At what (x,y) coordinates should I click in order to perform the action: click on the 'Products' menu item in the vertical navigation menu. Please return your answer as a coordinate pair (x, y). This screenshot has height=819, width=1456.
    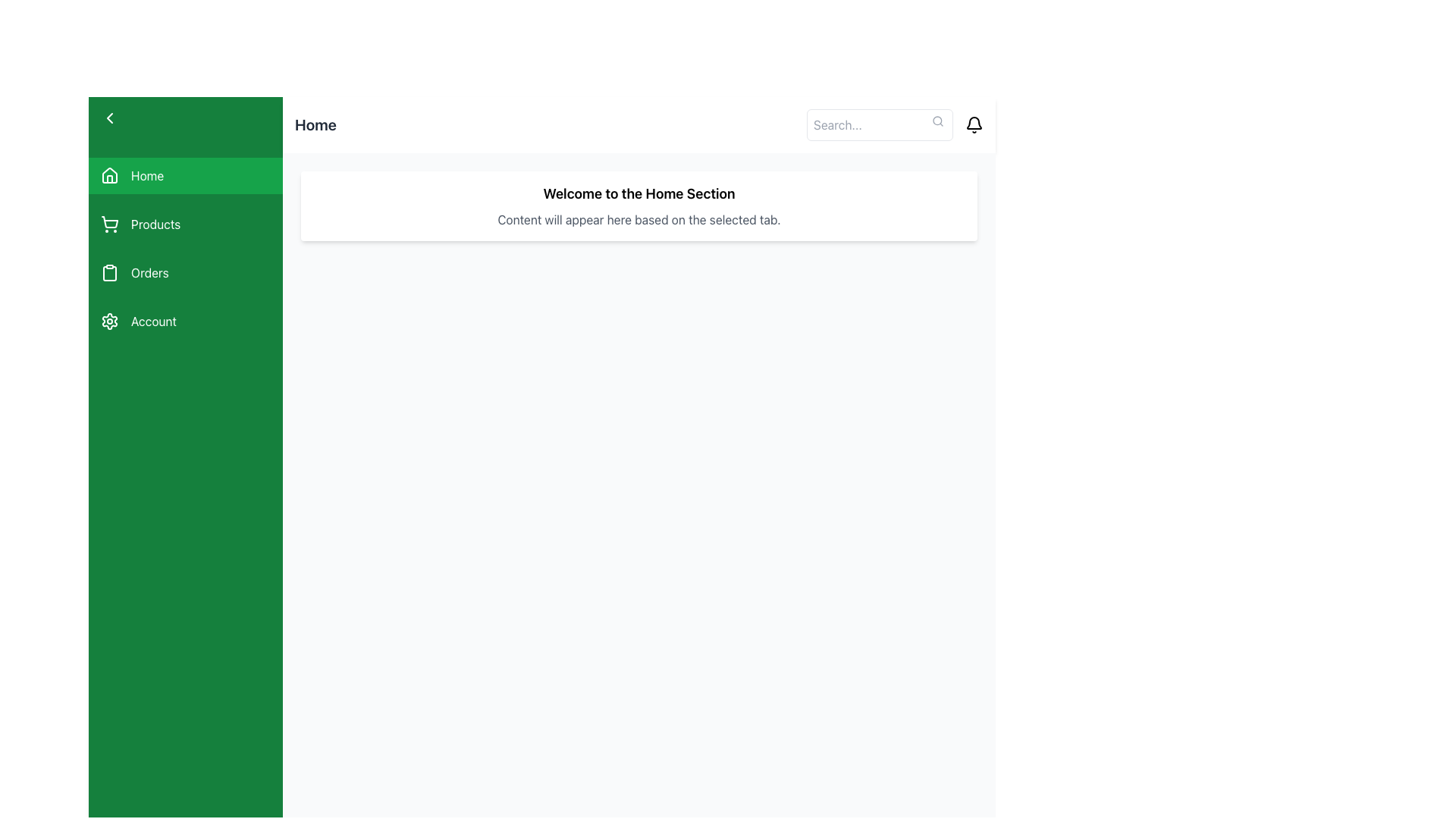
    Looking at the image, I should click on (184, 247).